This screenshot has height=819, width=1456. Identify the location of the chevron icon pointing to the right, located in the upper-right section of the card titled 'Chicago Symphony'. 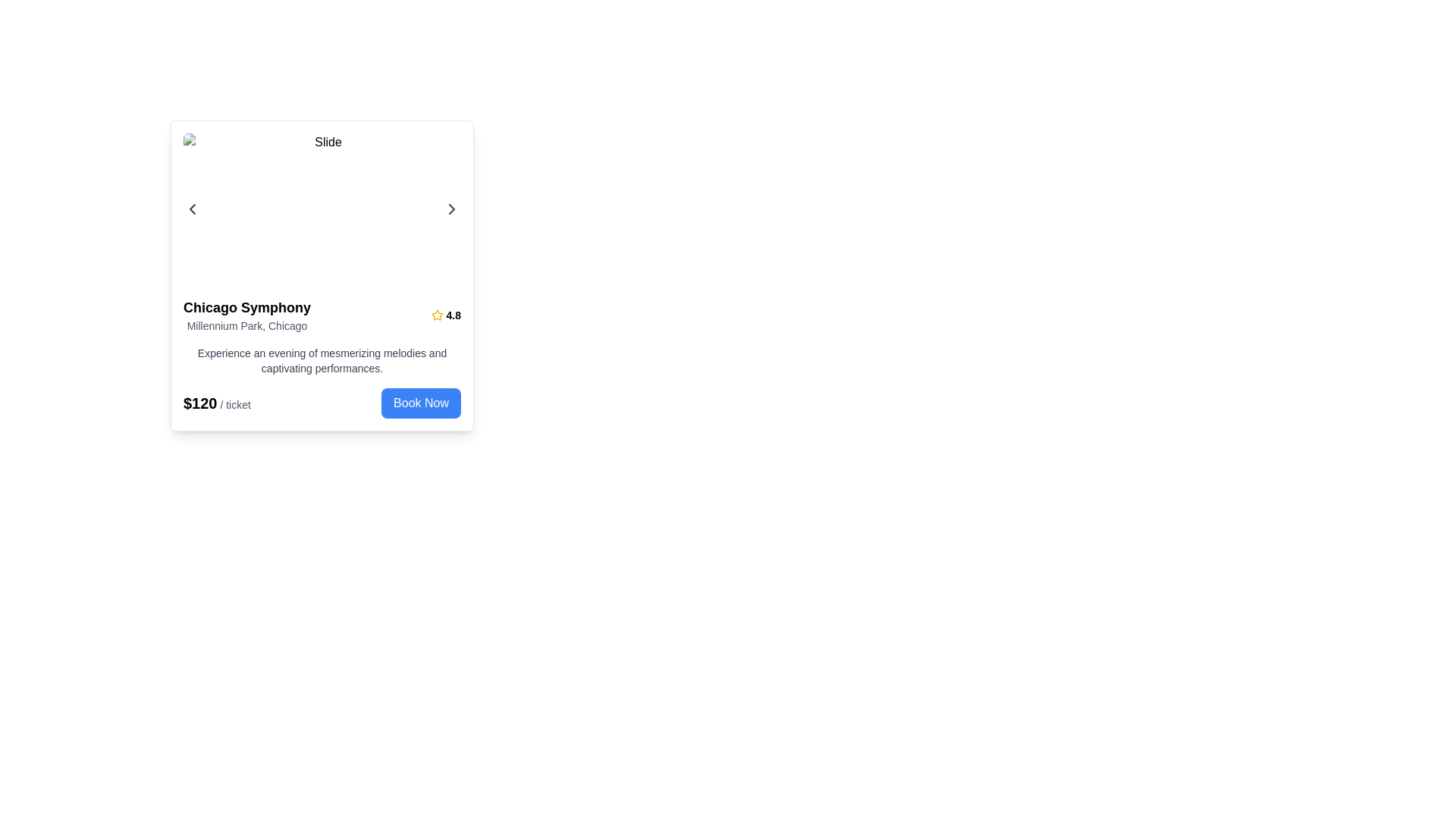
(450, 209).